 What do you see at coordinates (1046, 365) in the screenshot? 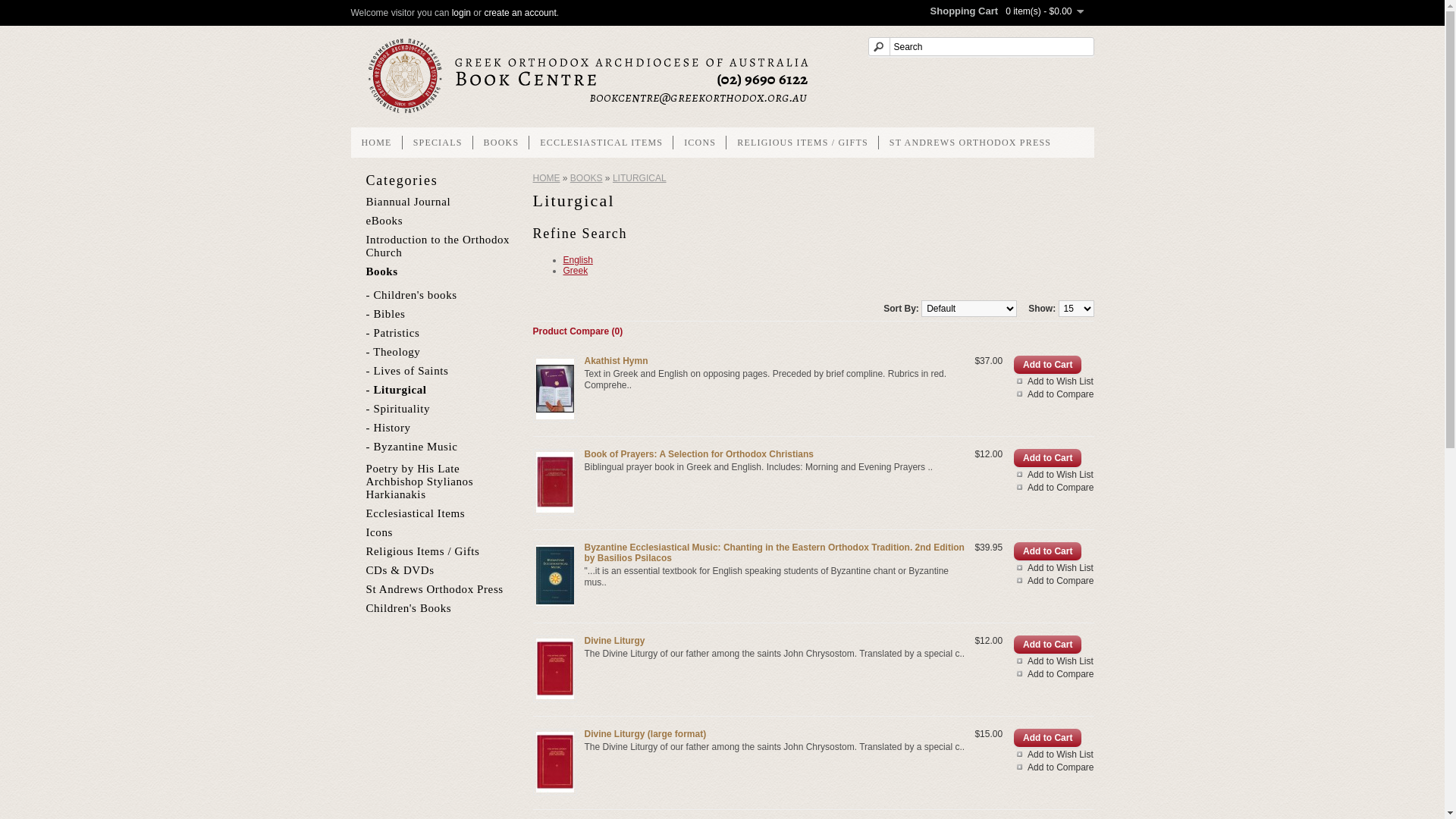
I see `'Add to Cart'` at bounding box center [1046, 365].